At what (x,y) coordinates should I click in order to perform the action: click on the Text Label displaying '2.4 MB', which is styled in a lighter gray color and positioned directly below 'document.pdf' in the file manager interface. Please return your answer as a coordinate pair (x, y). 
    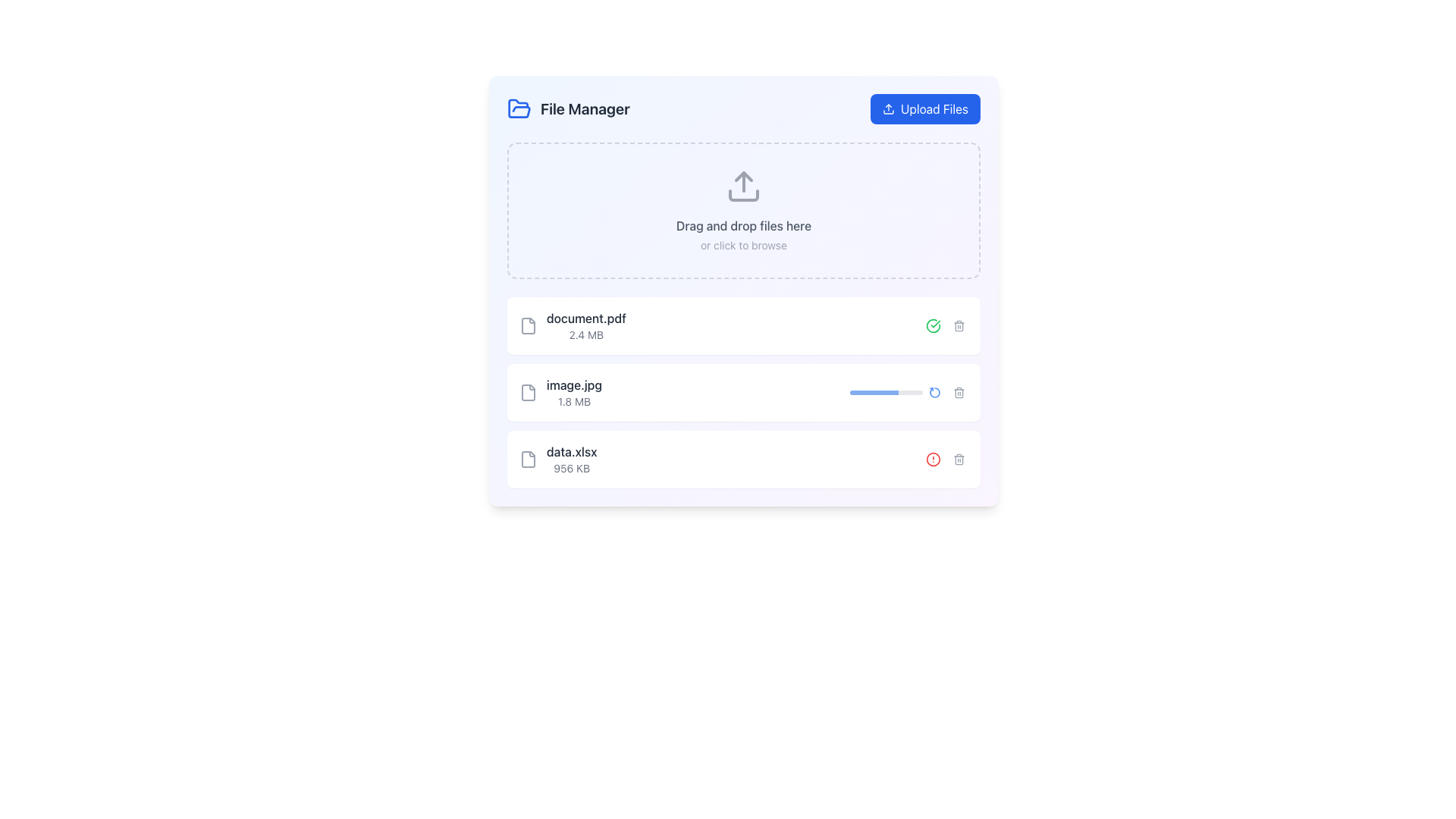
    Looking at the image, I should click on (585, 334).